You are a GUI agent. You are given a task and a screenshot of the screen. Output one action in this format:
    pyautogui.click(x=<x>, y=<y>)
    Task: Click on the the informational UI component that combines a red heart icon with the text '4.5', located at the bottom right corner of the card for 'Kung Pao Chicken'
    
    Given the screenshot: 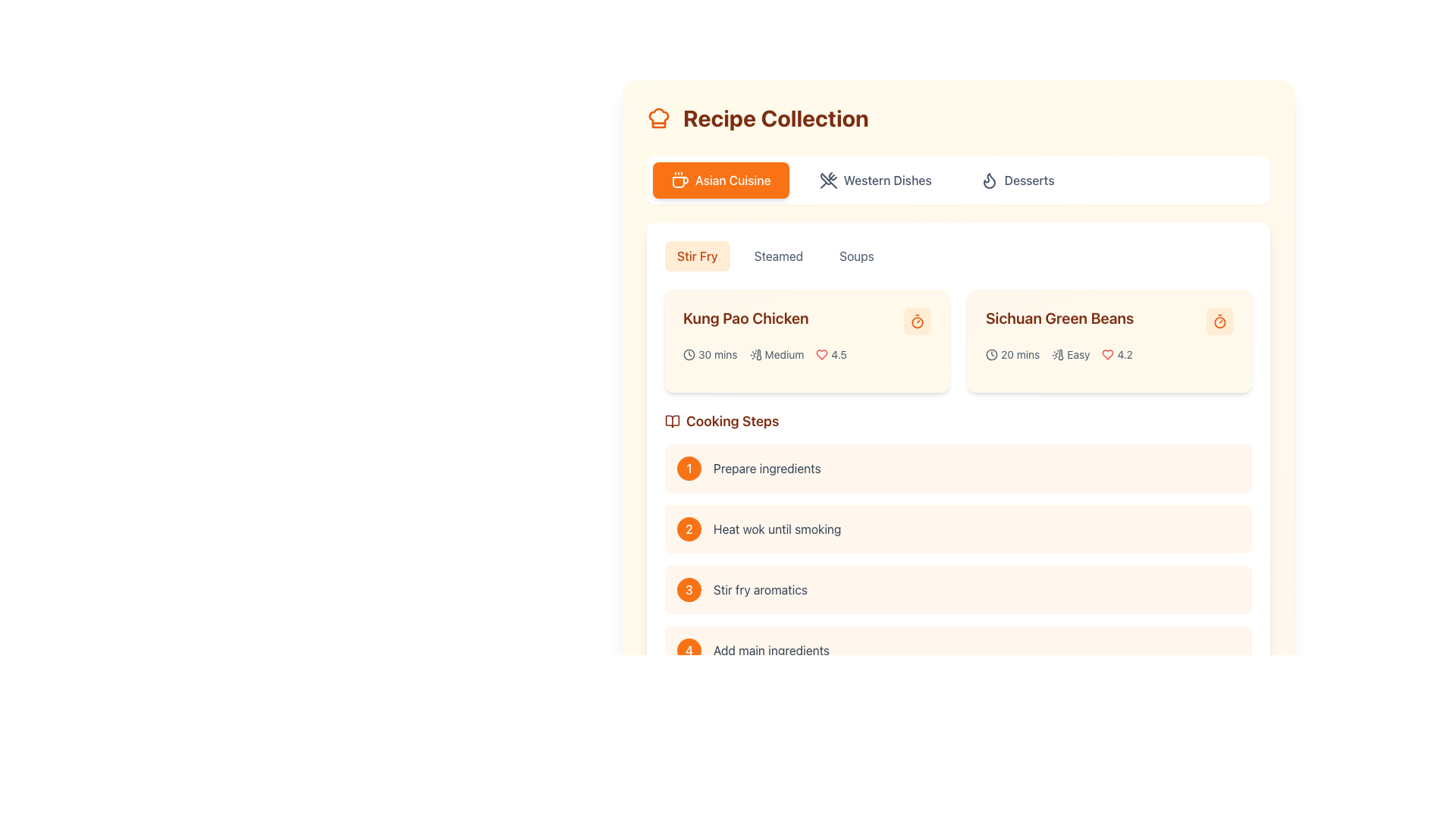 What is the action you would take?
    pyautogui.click(x=830, y=354)
    